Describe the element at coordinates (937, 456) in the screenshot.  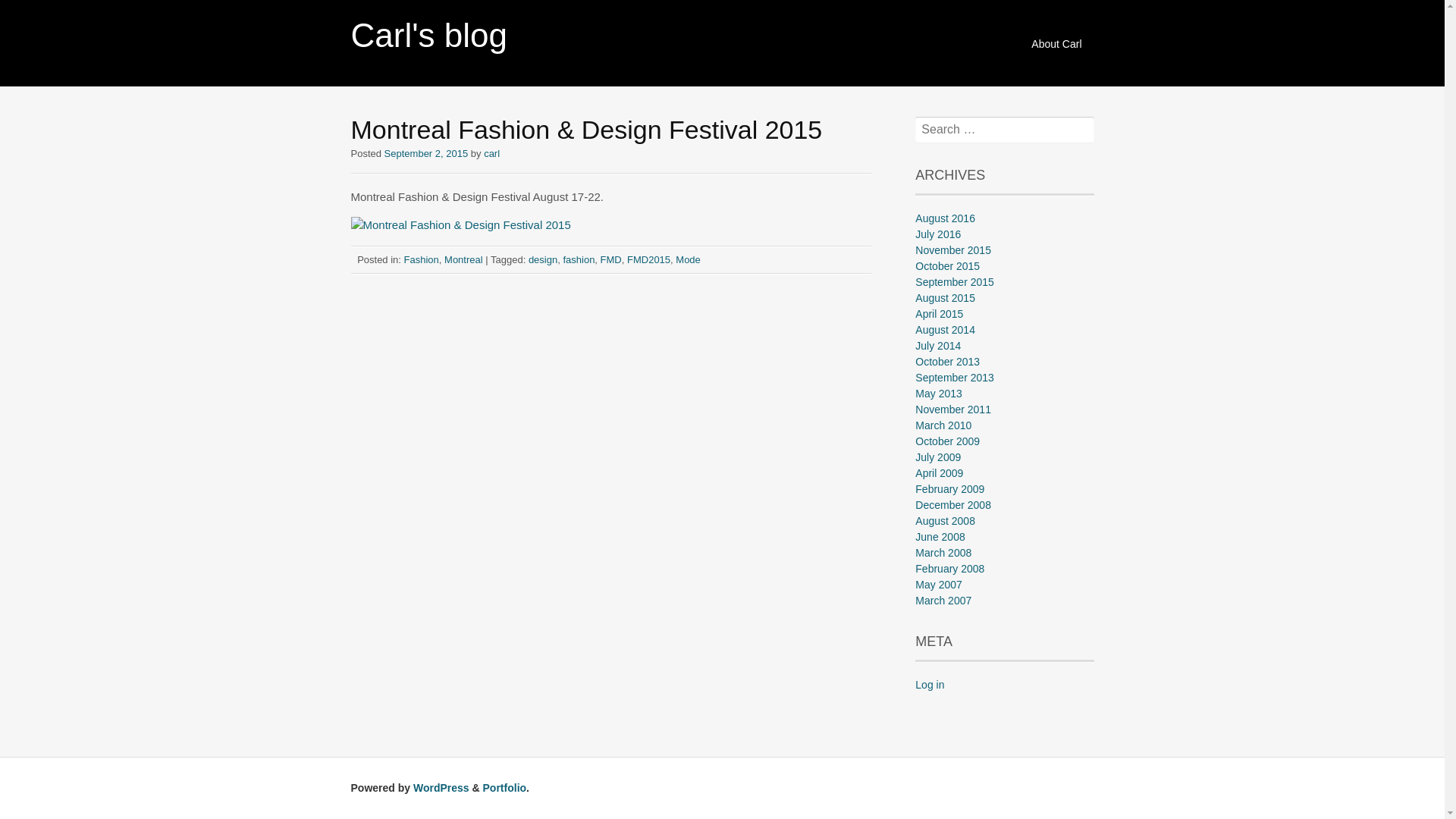
I see `'July 2009'` at that location.